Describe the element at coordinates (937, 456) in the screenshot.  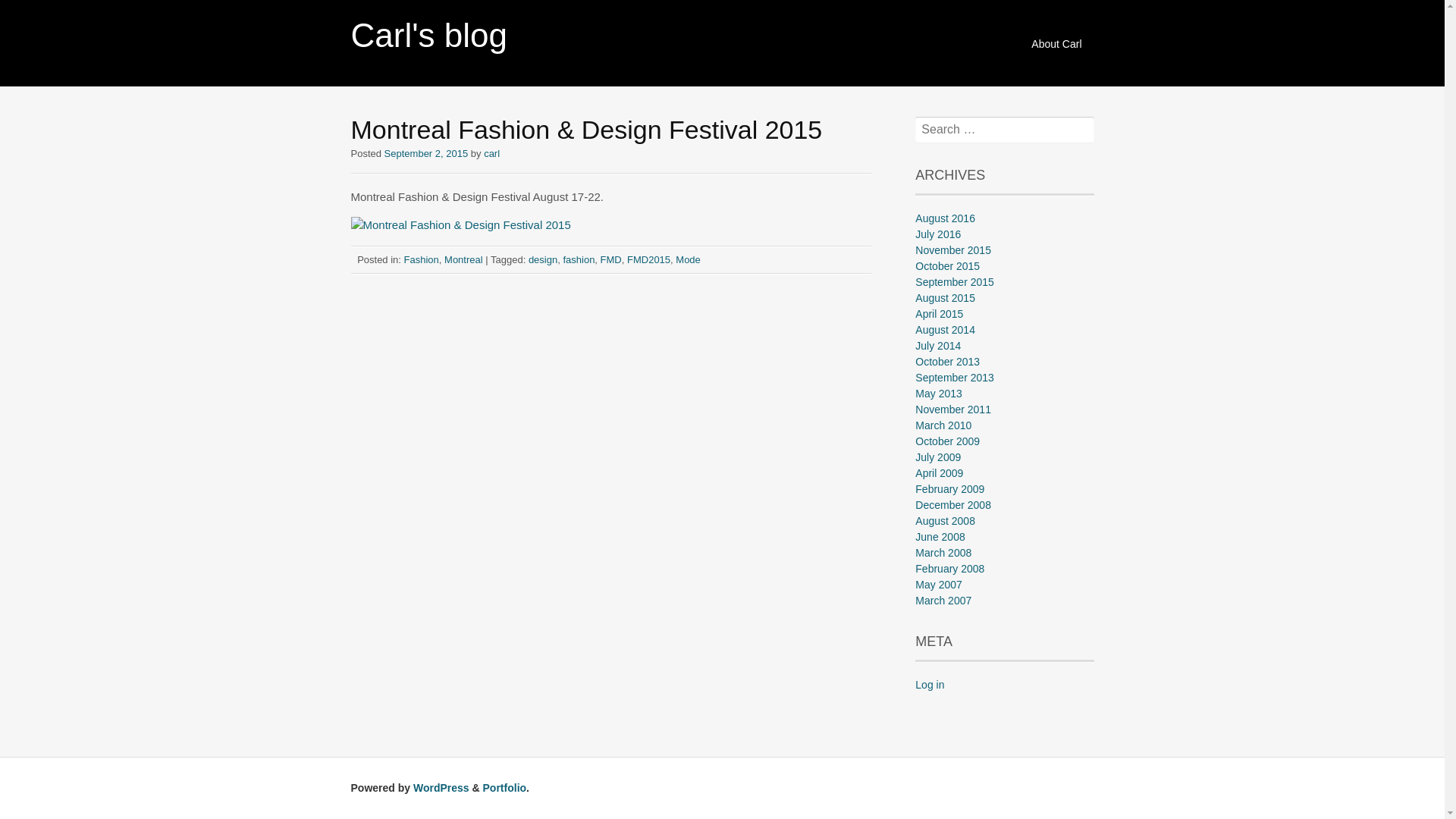
I see `'July 2009'` at that location.